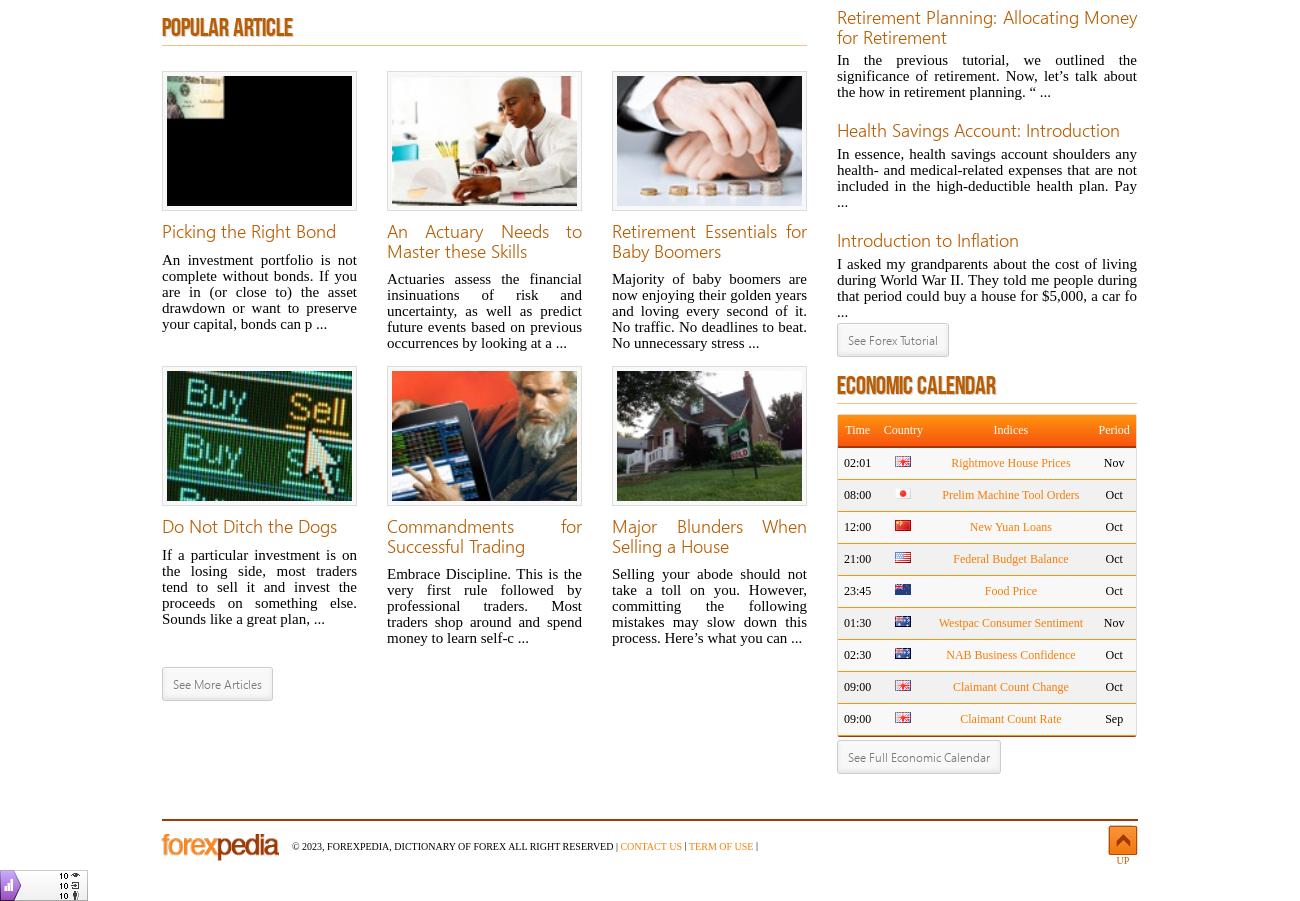  What do you see at coordinates (709, 605) in the screenshot?
I see `'Selling your abode should not take a toll on you. However, committing the following mistakes may slow down this process. Here’s what you can  ...'` at bounding box center [709, 605].